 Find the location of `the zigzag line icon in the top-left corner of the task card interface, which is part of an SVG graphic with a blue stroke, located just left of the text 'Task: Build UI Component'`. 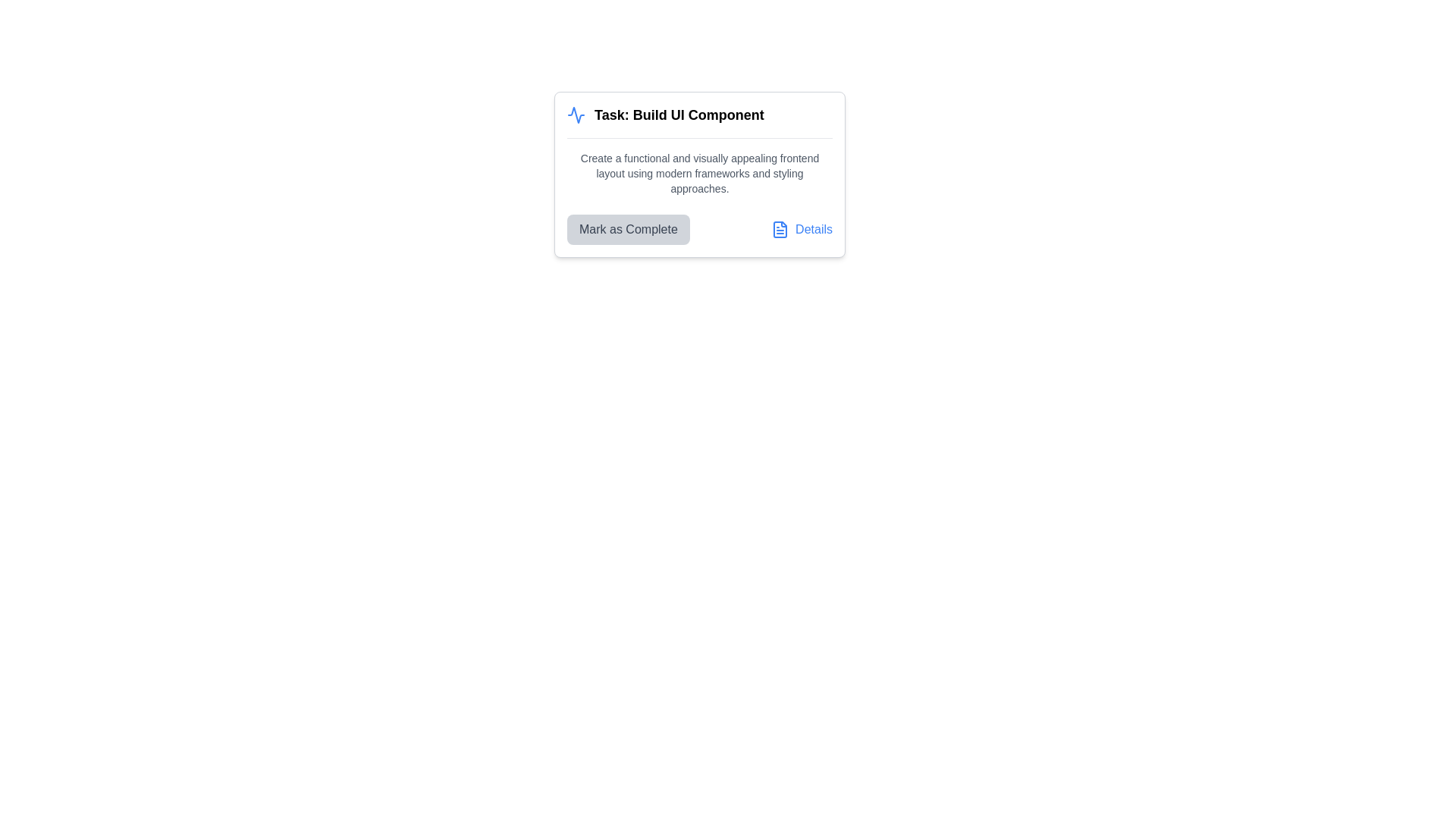

the zigzag line icon in the top-left corner of the task card interface, which is part of an SVG graphic with a blue stroke, located just left of the text 'Task: Build UI Component' is located at coordinates (575, 114).